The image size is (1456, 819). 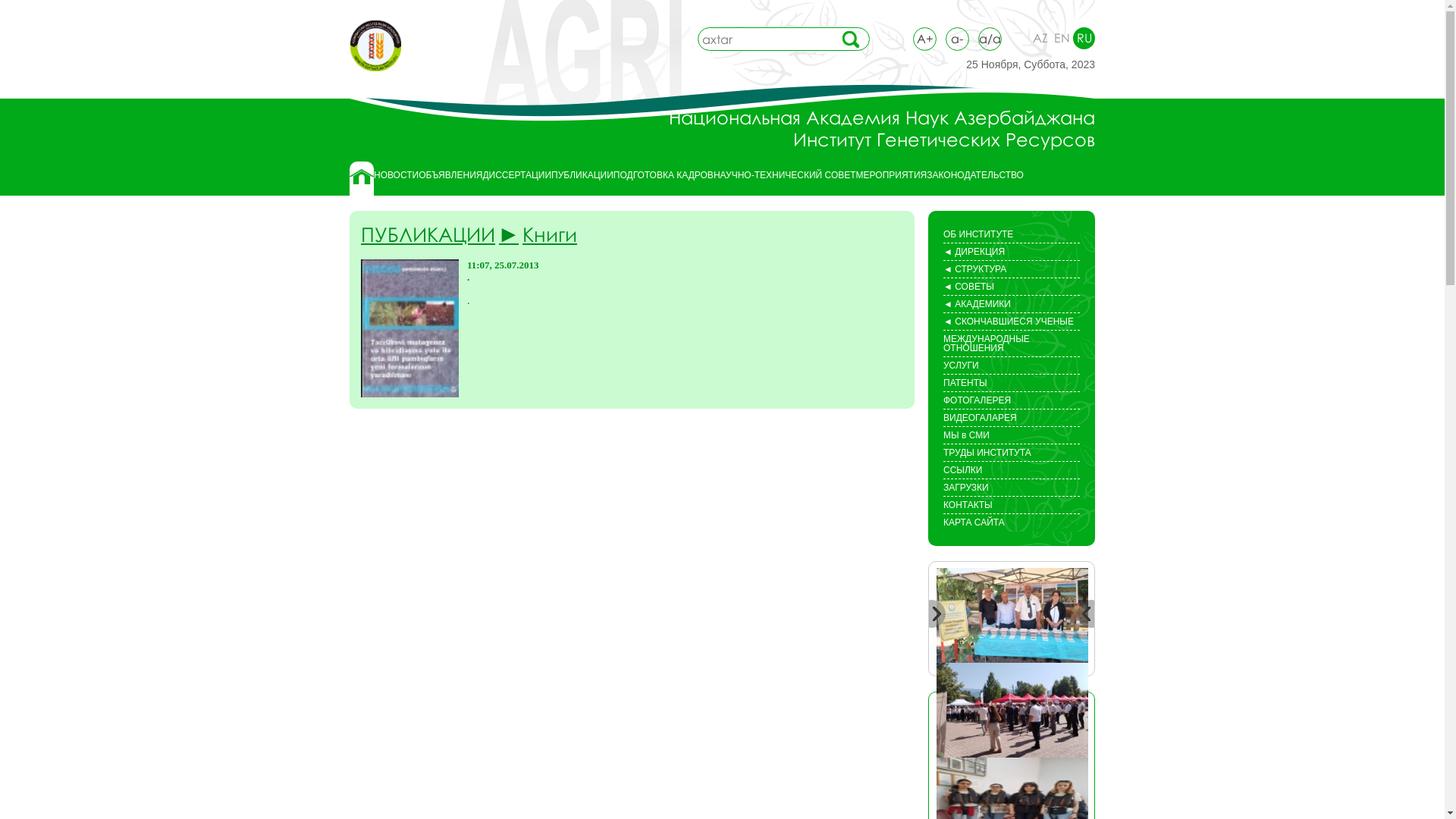 I want to click on 'RU', so click(x=1083, y=37).